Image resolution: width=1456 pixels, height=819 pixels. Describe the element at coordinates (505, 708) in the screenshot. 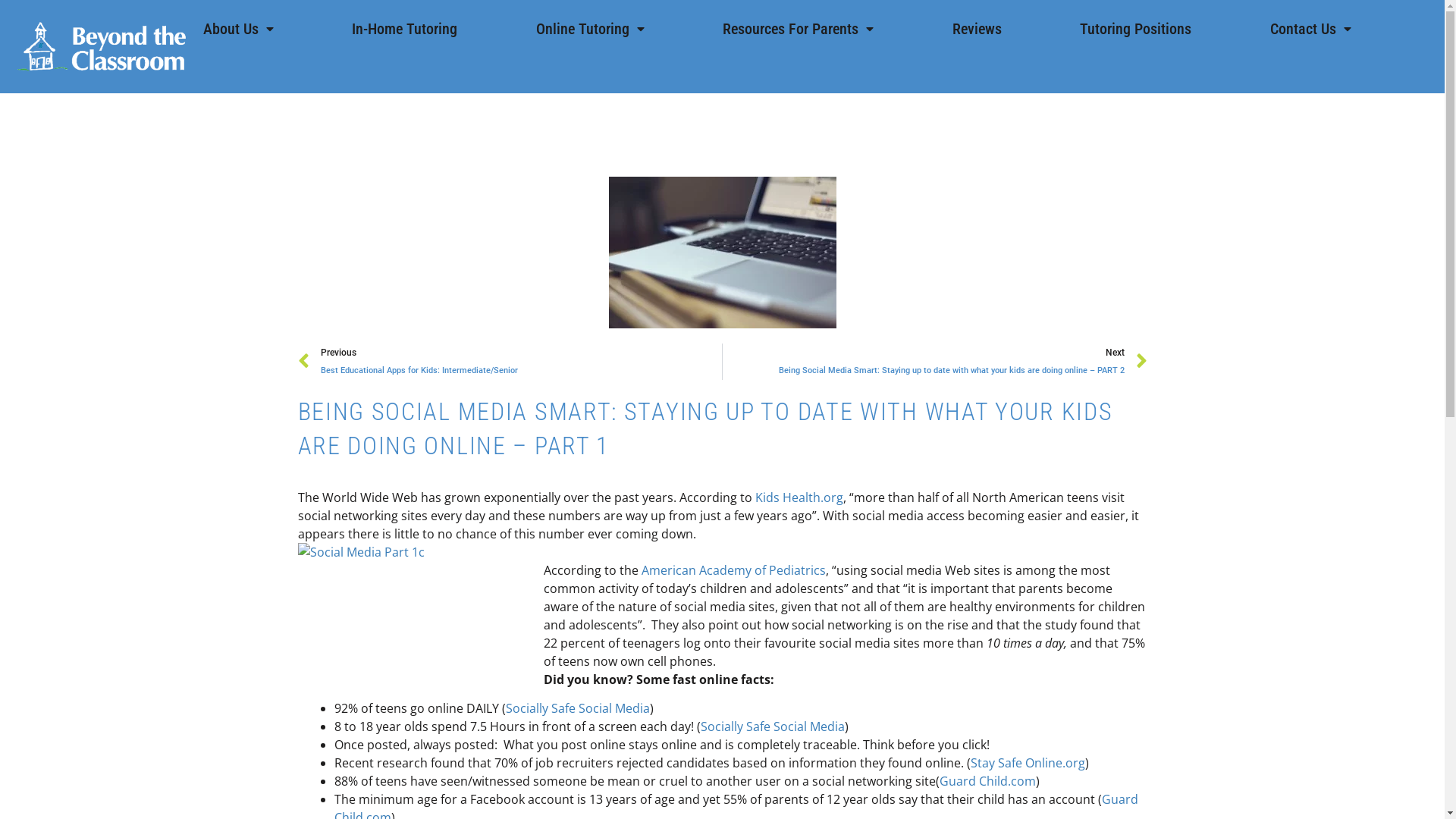

I see `'Socially Safe Social Media'` at that location.